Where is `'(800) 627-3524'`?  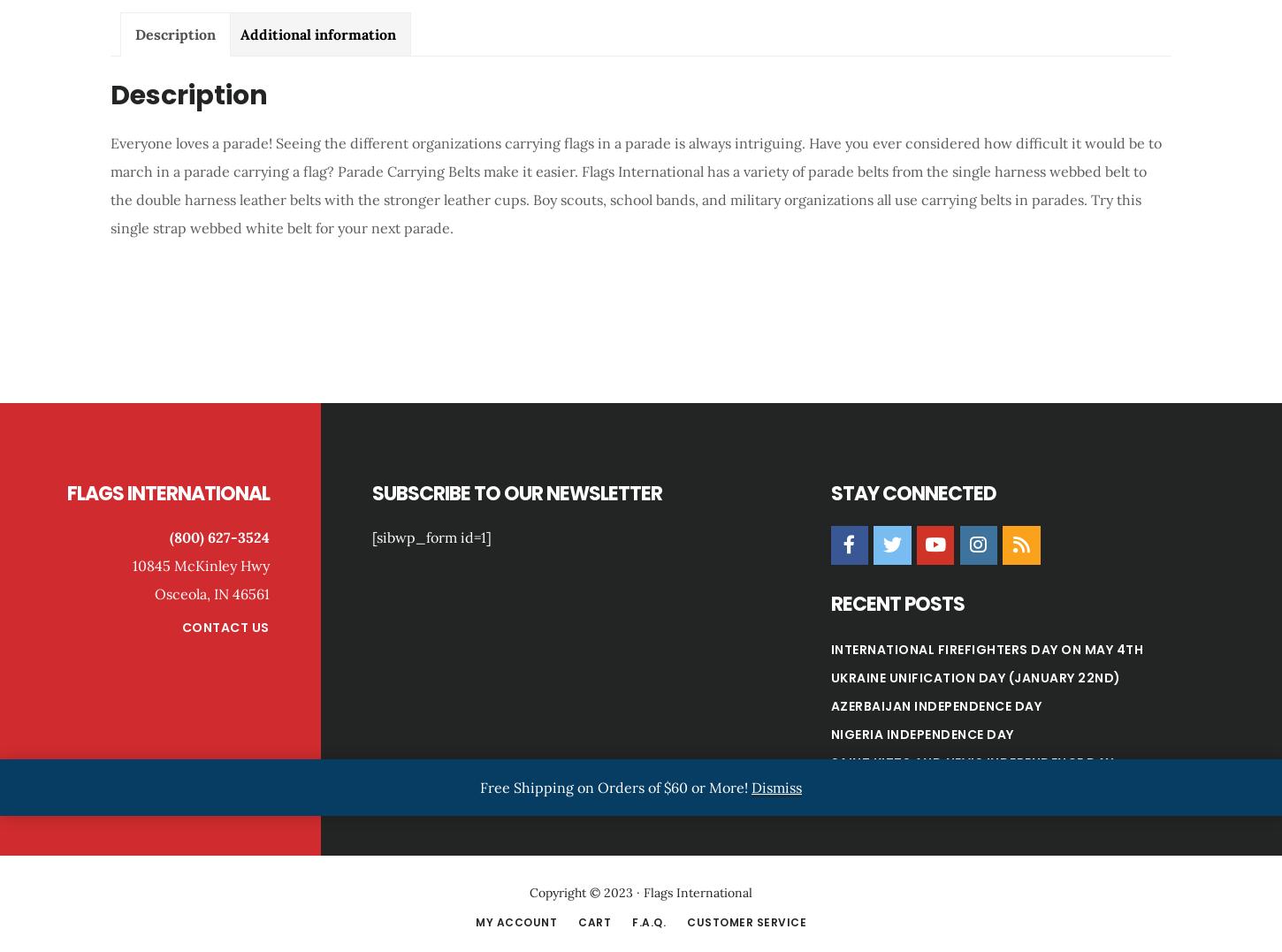 '(800) 627-3524' is located at coordinates (218, 536).